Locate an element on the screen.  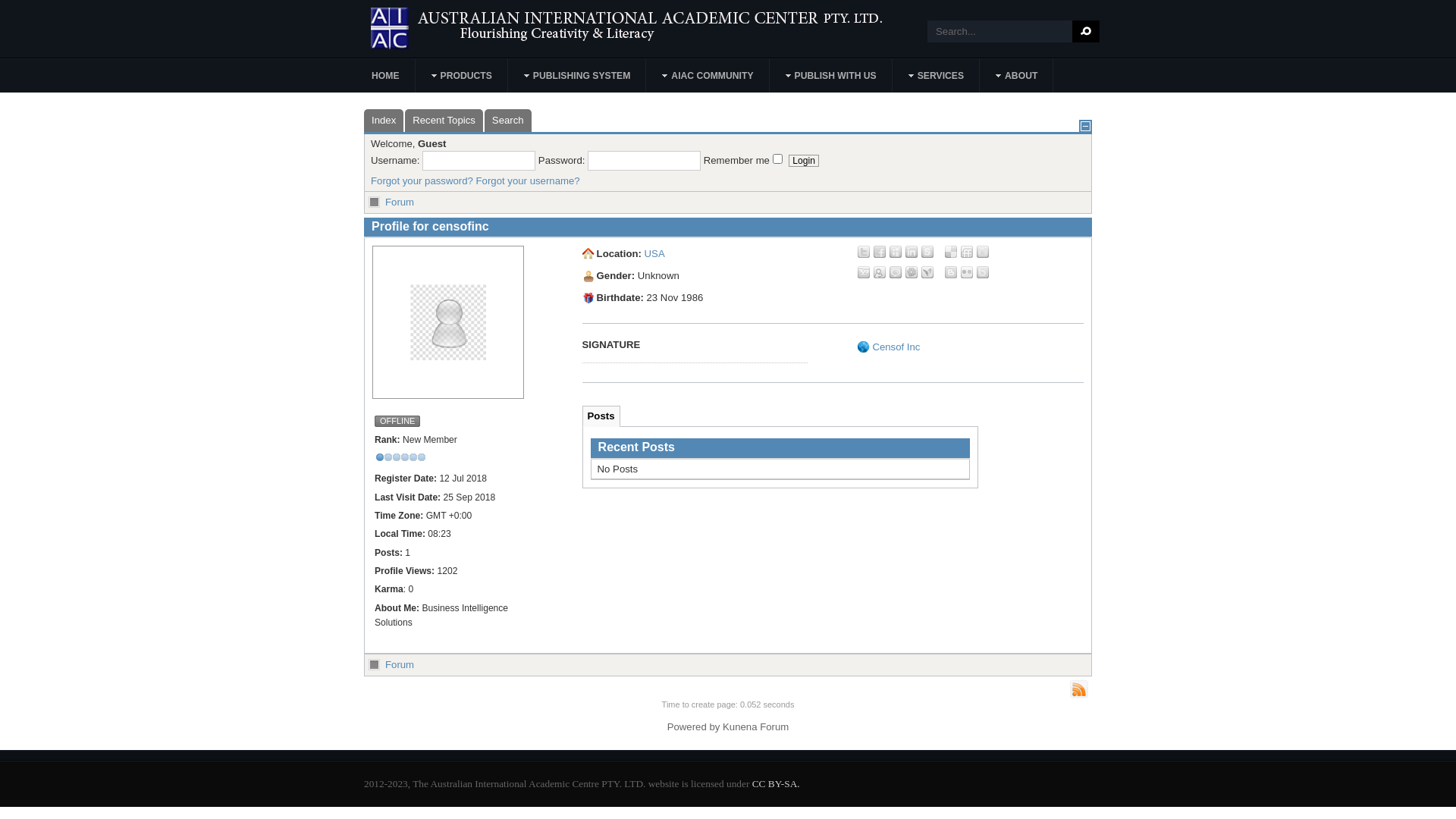
'PRODUCTS' is located at coordinates (461, 76).